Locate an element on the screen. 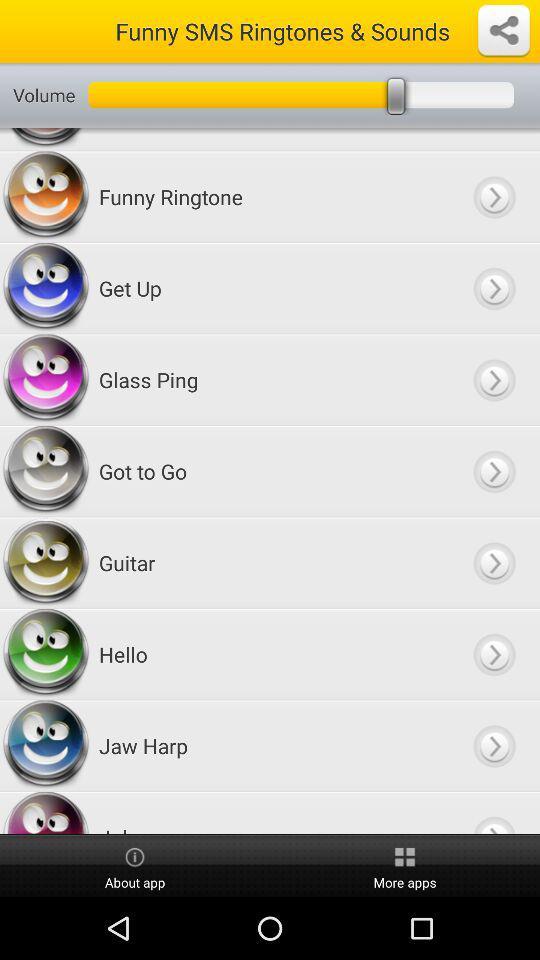 The height and width of the screenshot is (960, 540). ringtone option is located at coordinates (493, 287).